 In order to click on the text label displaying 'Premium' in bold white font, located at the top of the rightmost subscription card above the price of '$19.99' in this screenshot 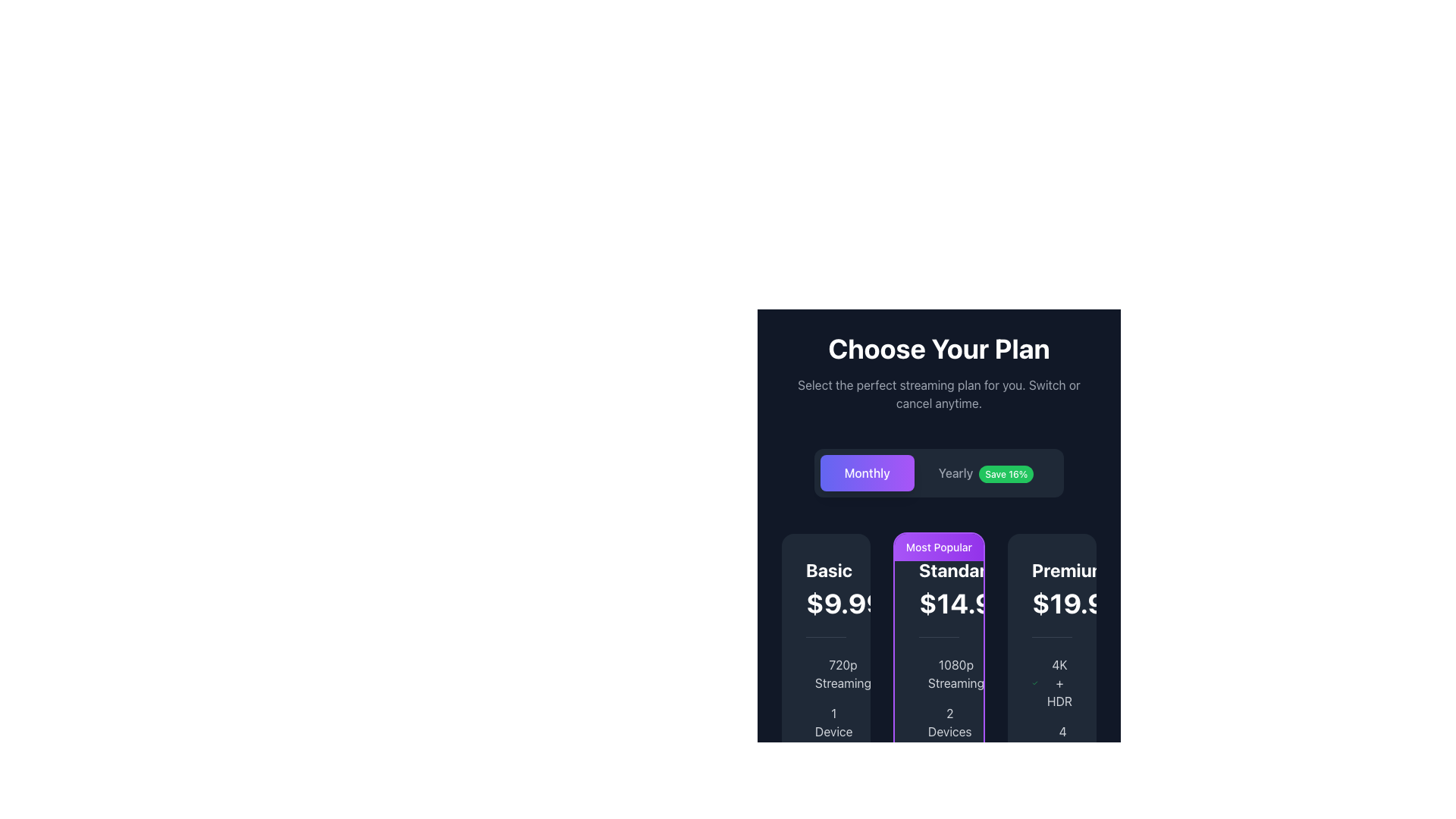, I will do `click(1051, 570)`.